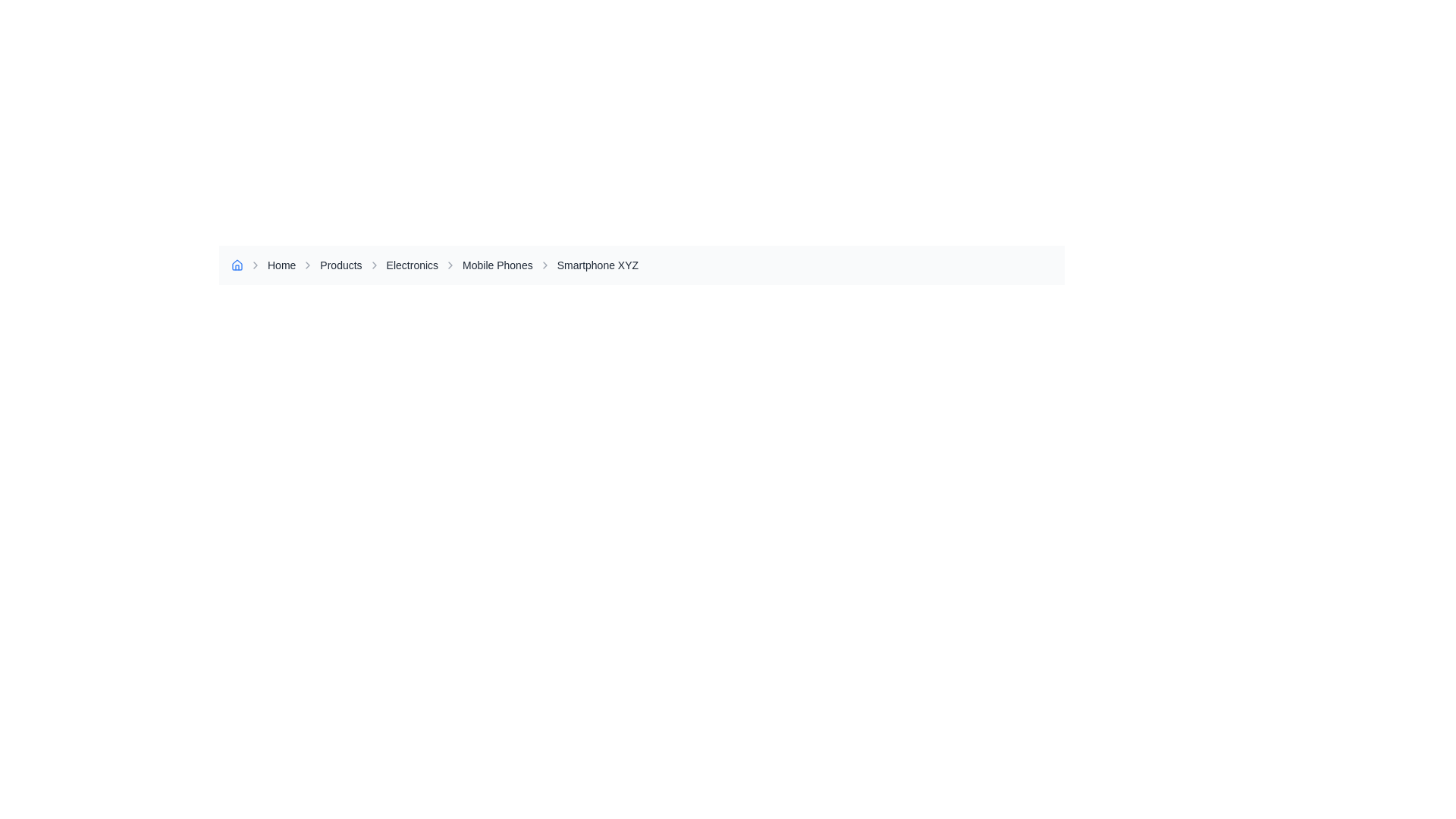 The width and height of the screenshot is (1456, 819). Describe the element at coordinates (255, 265) in the screenshot. I see `the visual indication of the Icon located to the left of the 'Home' text link in the breadcrumb navigation bar` at that location.